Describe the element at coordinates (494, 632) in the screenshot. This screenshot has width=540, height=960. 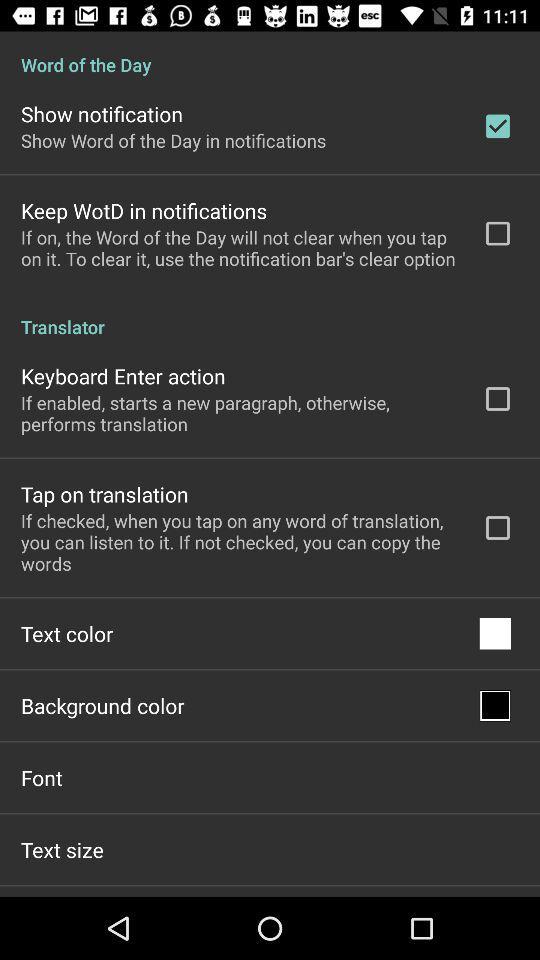
I see `app next to the text color item` at that location.